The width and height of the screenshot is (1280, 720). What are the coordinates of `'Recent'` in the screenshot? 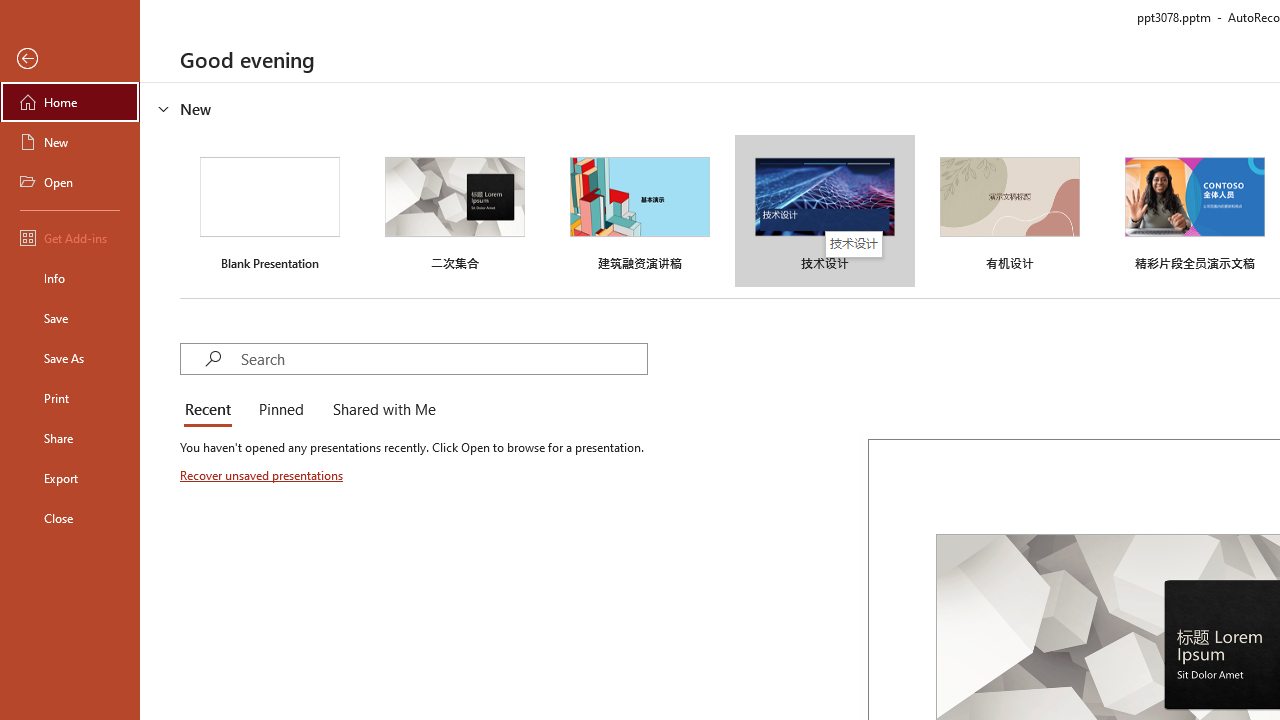 It's located at (212, 410).